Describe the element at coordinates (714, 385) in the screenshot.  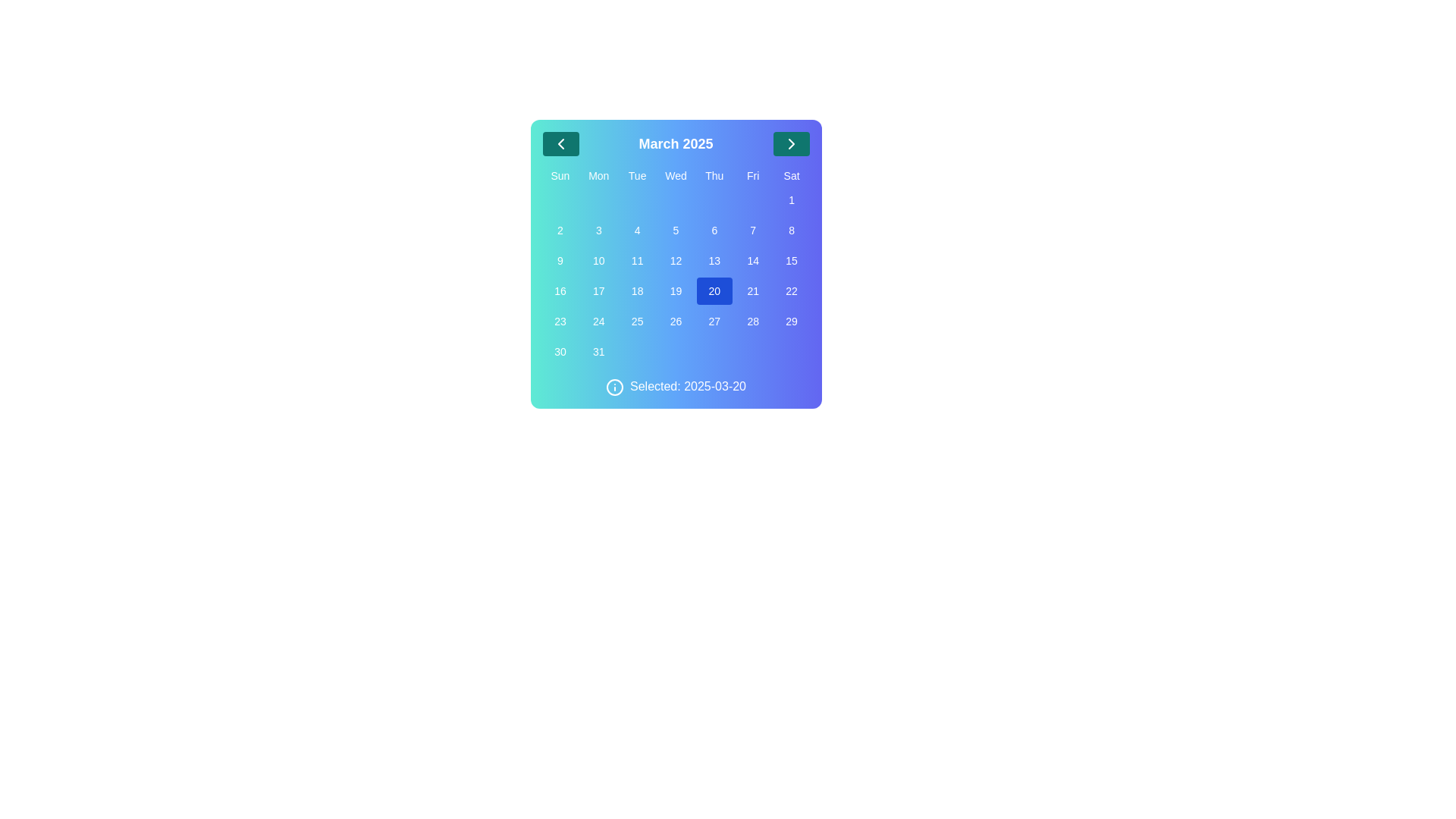
I see `displayed date '2025-03-20' from the text label styled with medium font weight on a gradient background, located below the calendar interface and to the right of the information icon` at that location.